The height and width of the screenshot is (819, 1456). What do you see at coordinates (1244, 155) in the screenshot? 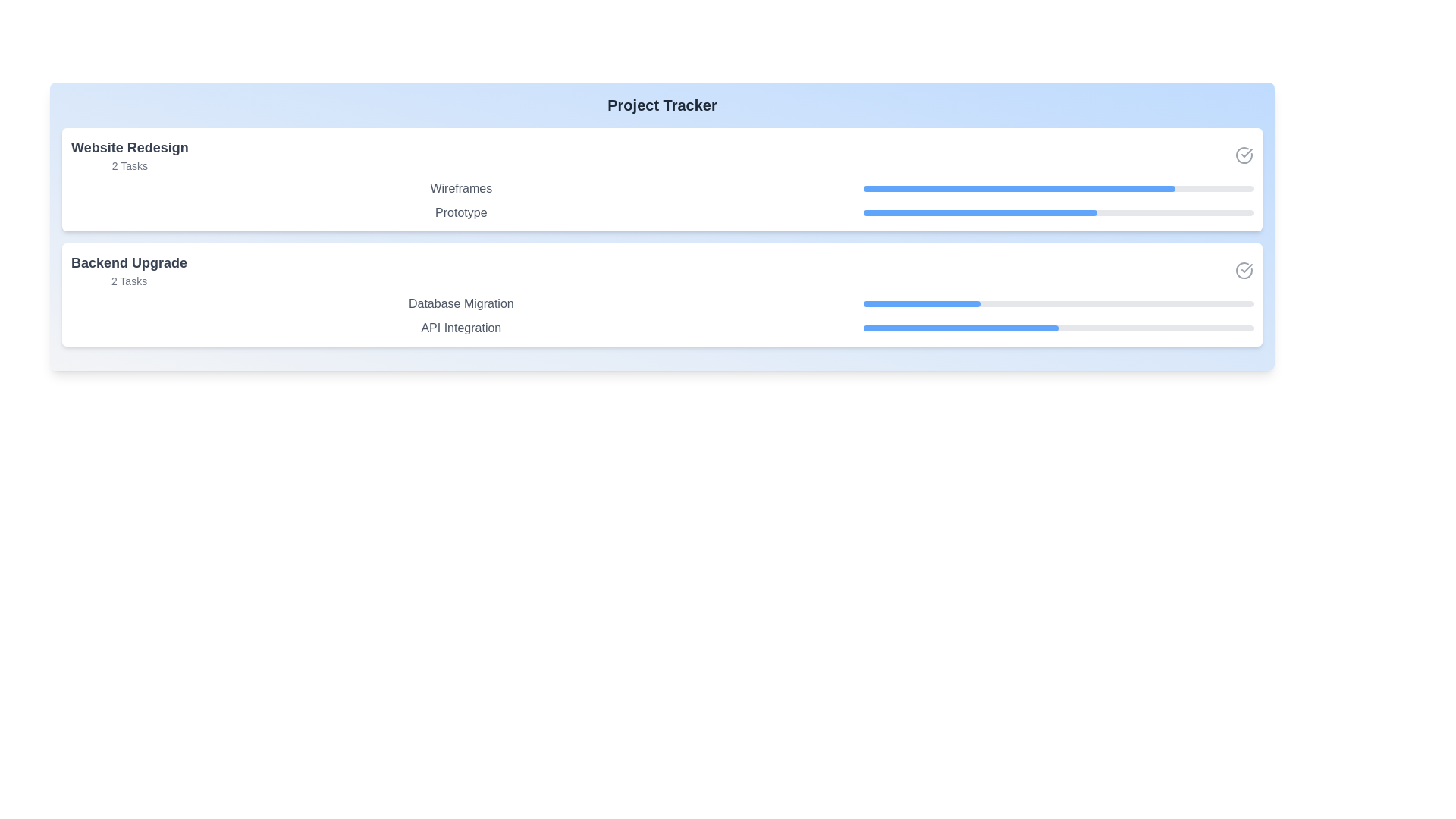
I see `the circled checkmark icon indicating completion status for the 'Website Redesign' task group` at bounding box center [1244, 155].